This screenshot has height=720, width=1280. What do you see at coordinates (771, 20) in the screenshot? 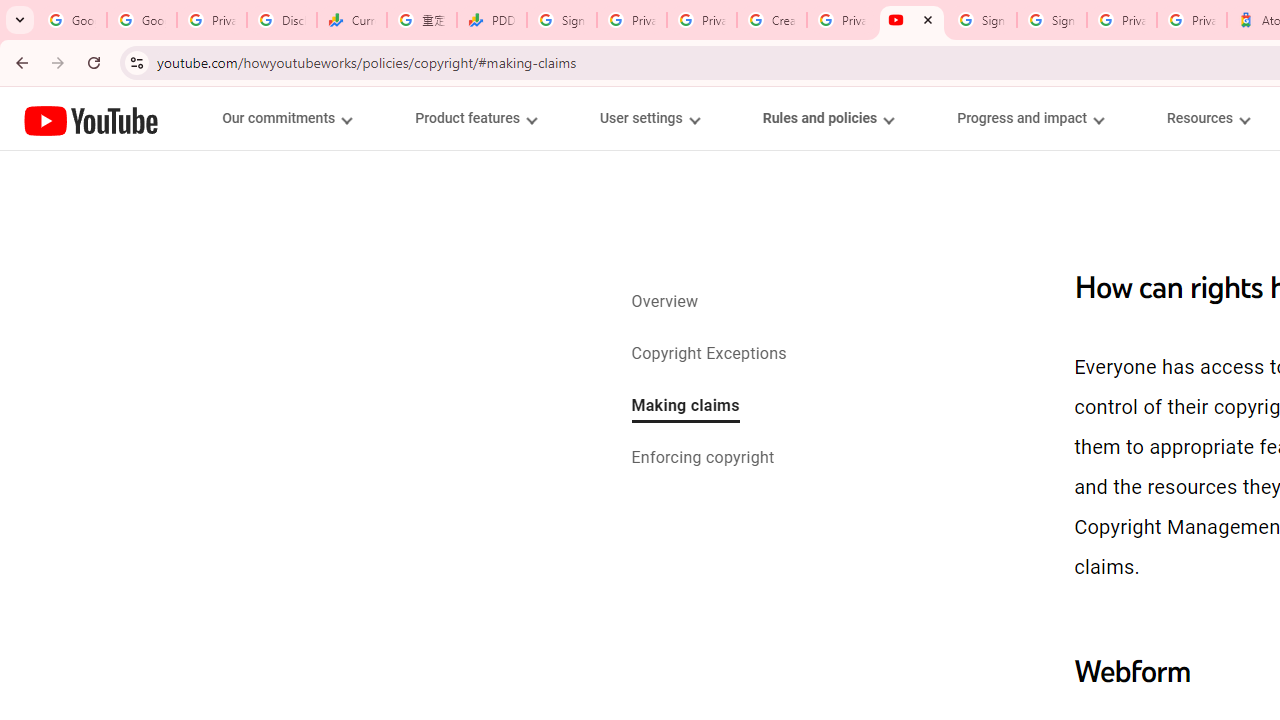
I see `'Create your Google Account'` at bounding box center [771, 20].